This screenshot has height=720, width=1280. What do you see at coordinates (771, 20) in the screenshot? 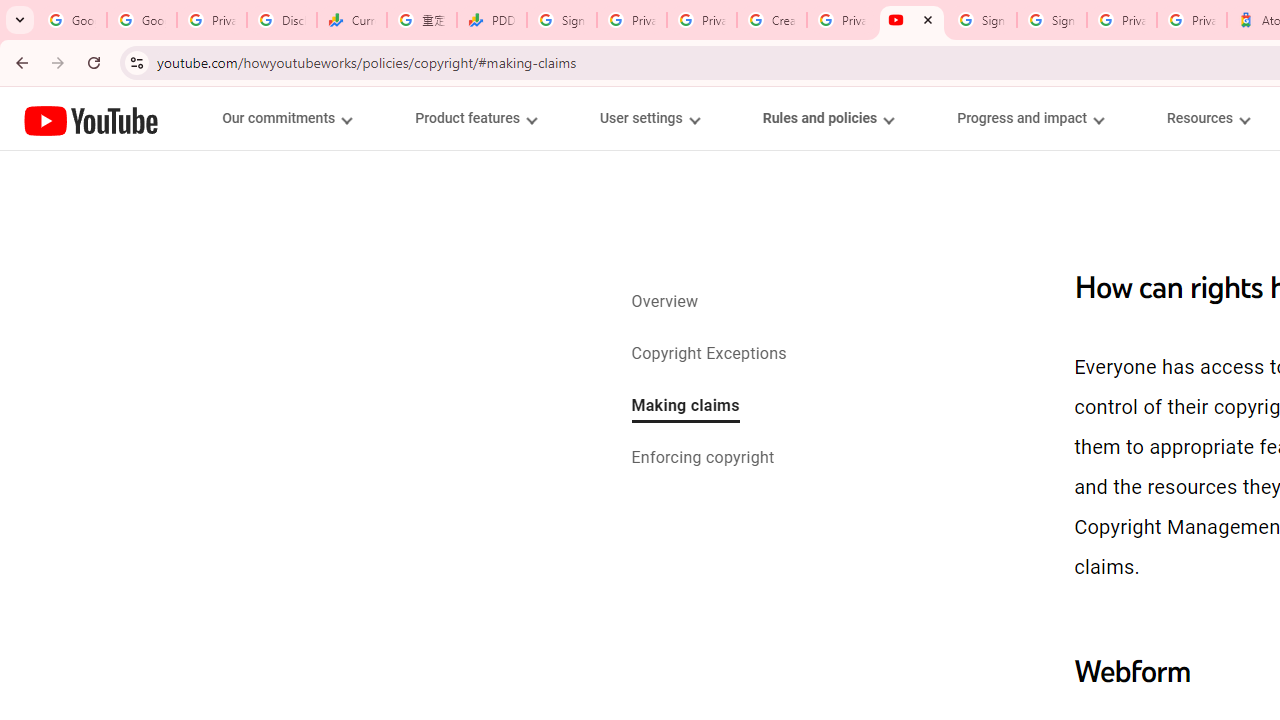
I see `'Create your Google Account'` at bounding box center [771, 20].